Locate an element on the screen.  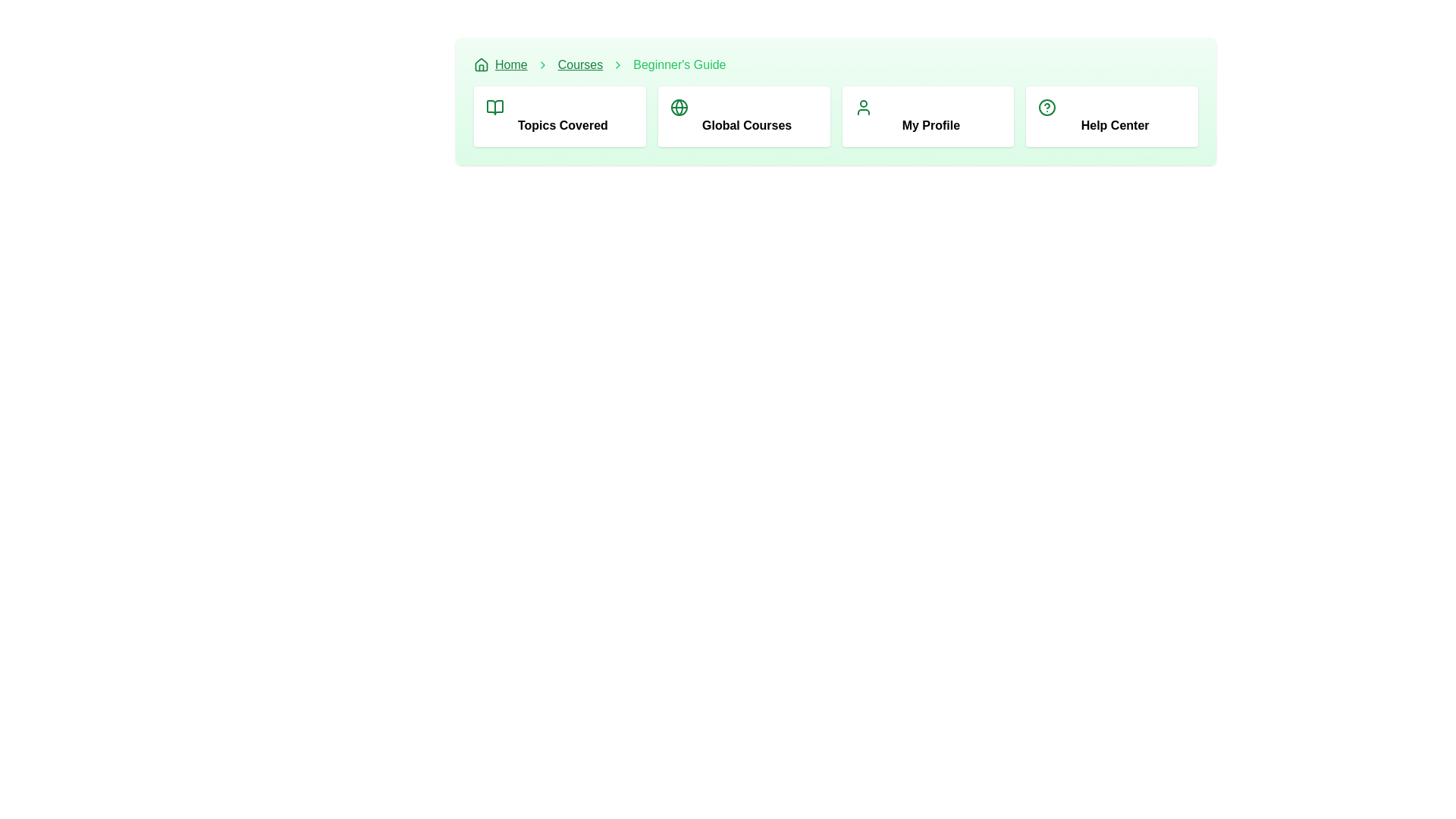
the outlined, green-colored house icon located in the breadcrumb navigation bar to the left of the text 'Home' is located at coordinates (480, 64).